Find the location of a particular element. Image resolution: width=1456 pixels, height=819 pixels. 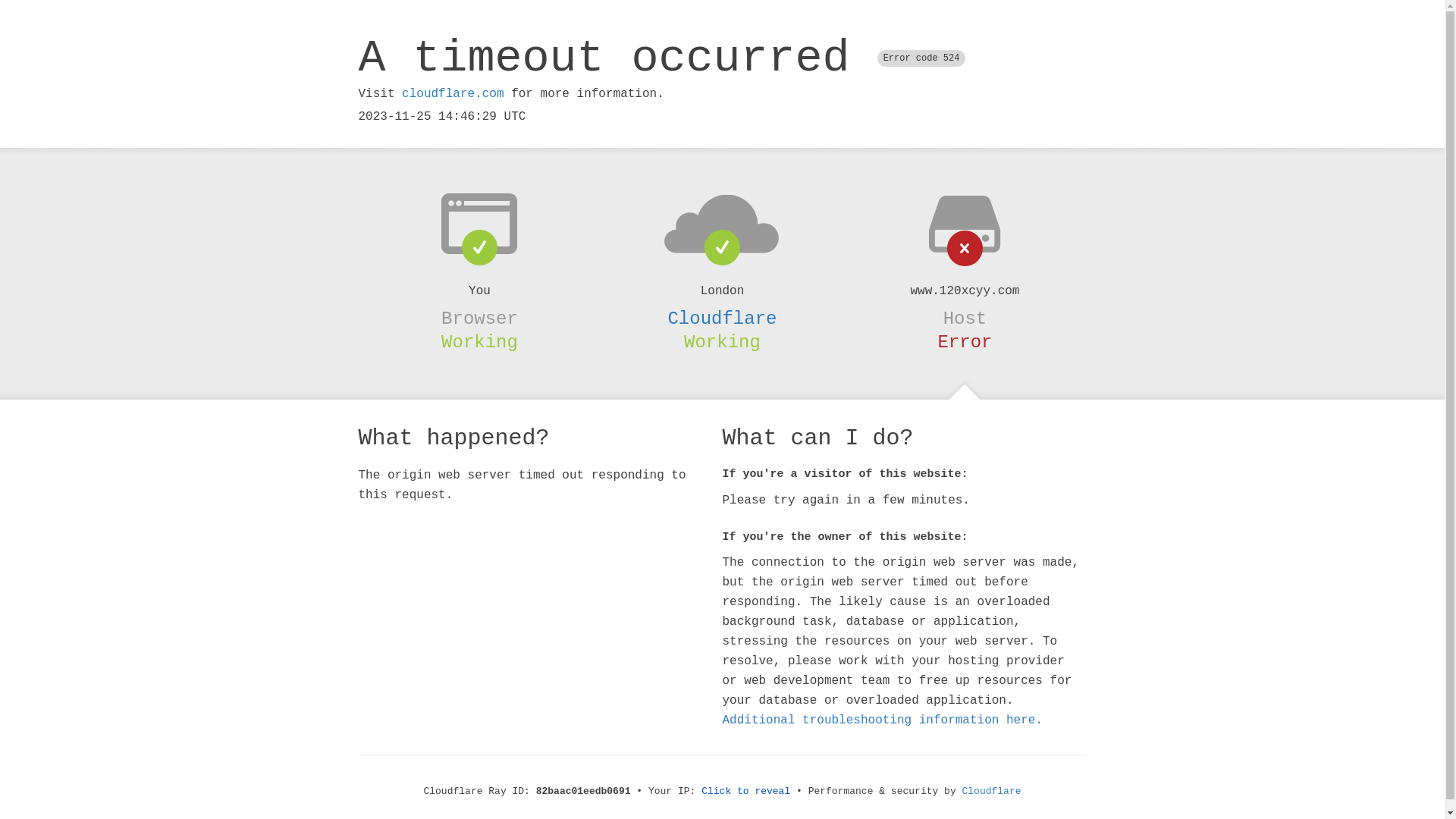

'Click to reveal' is located at coordinates (745, 790).